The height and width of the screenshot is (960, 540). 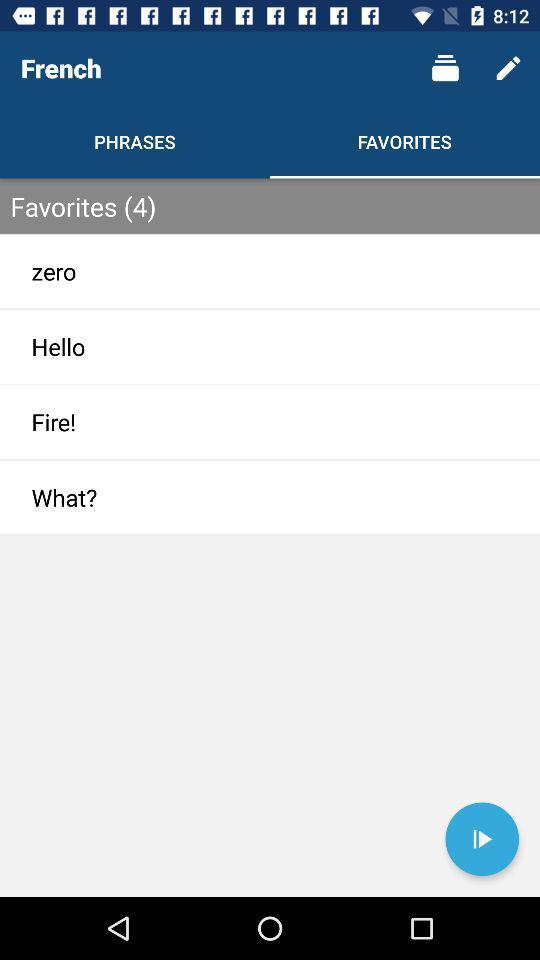 What do you see at coordinates (445, 68) in the screenshot?
I see `icon next to french item` at bounding box center [445, 68].